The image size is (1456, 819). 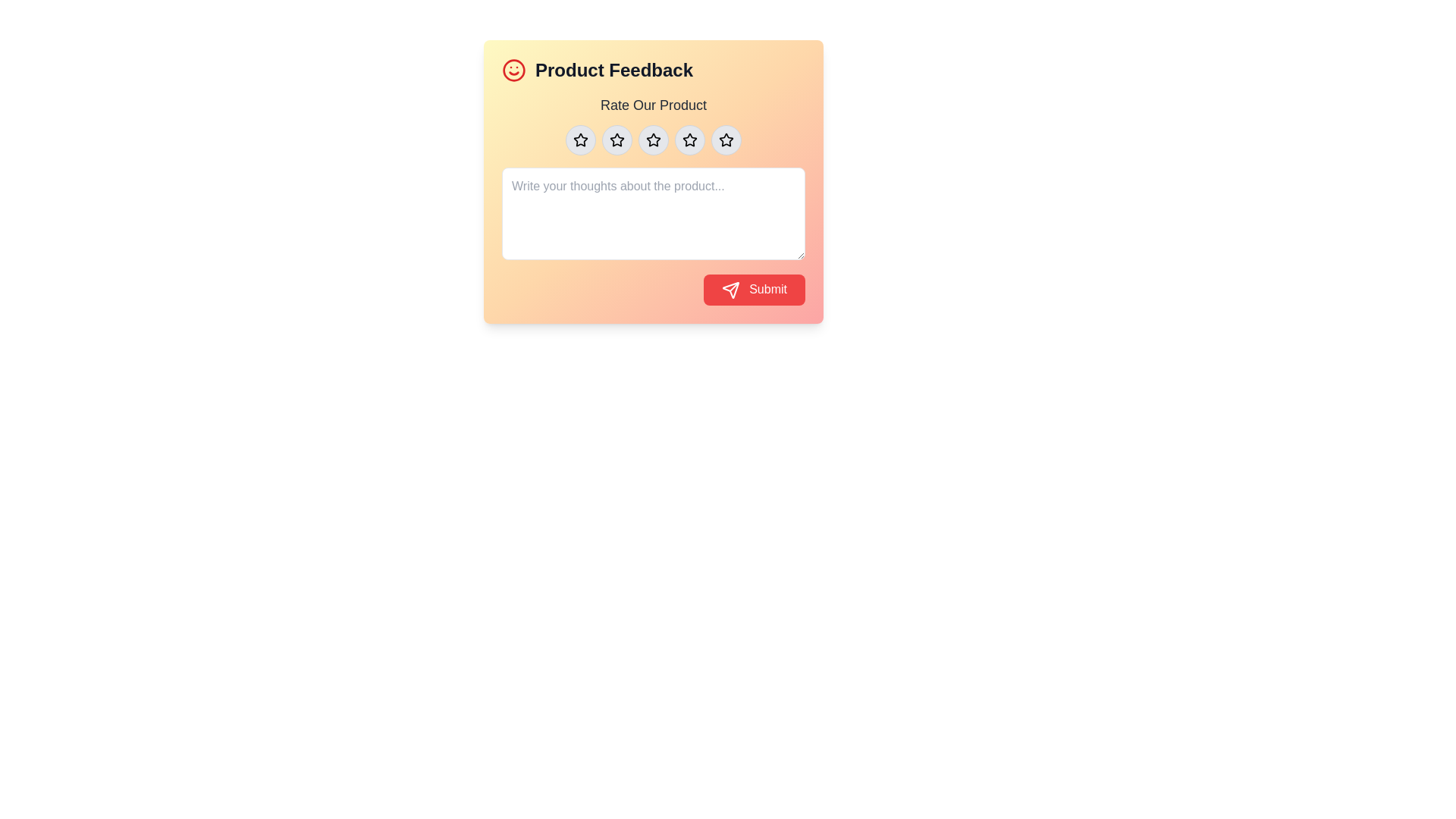 What do you see at coordinates (726, 140) in the screenshot?
I see `the fifth star in the interactive star rating icon group below the 'Rate Our Product' text` at bounding box center [726, 140].